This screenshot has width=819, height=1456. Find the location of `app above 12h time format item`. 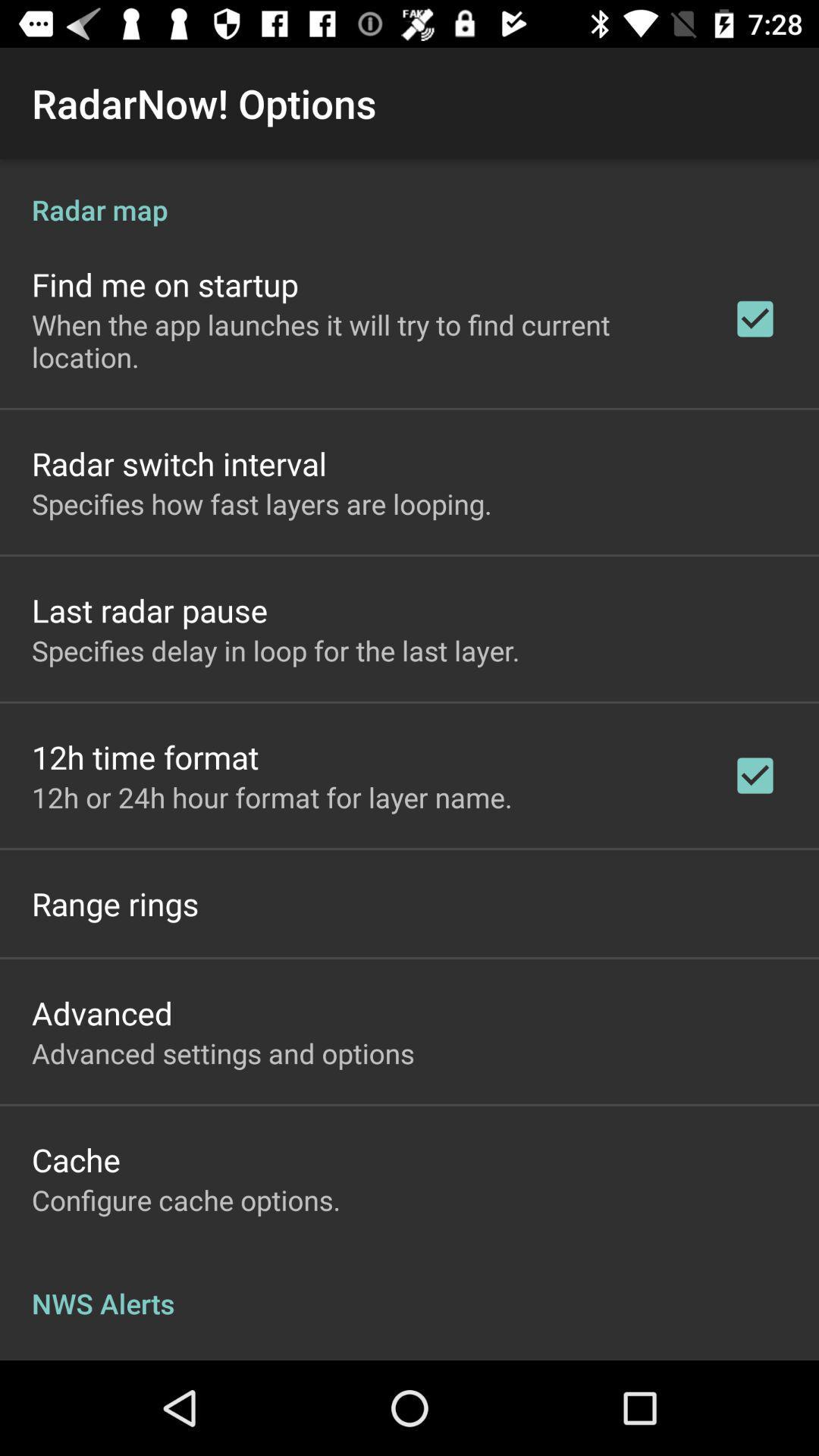

app above 12h time format item is located at coordinates (275, 651).